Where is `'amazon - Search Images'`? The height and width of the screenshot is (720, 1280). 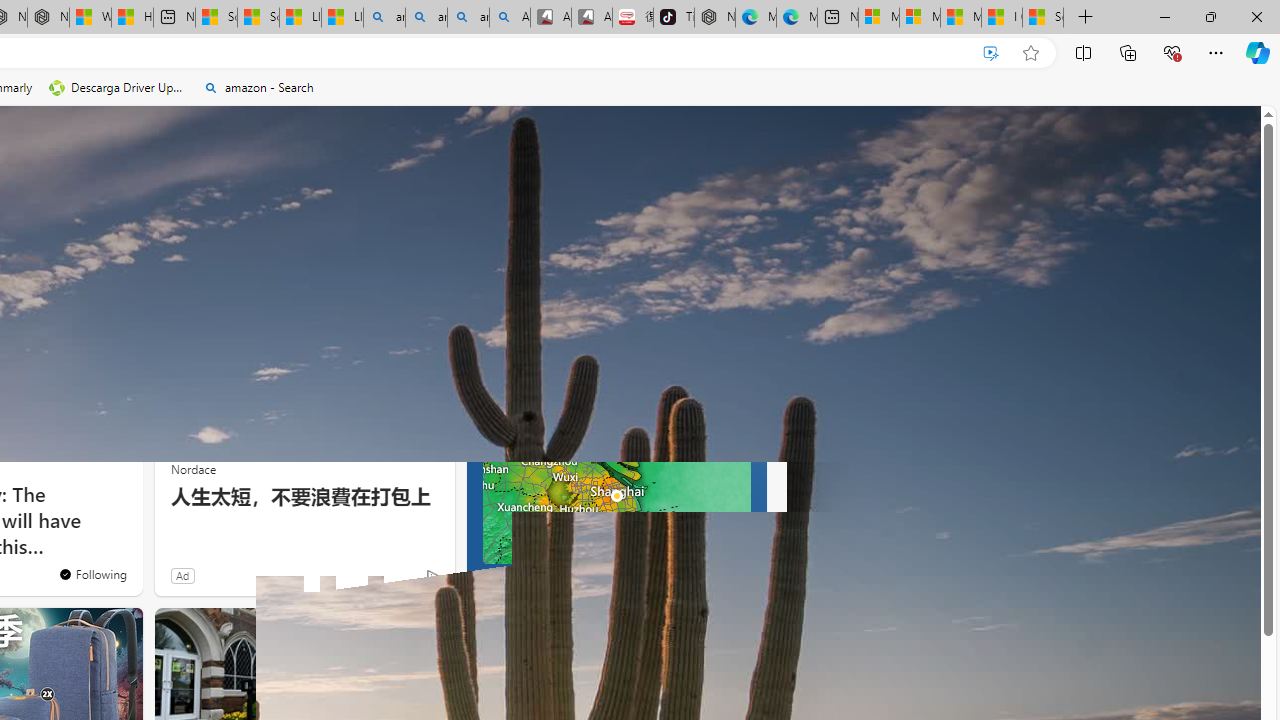
'amazon - Search Images' is located at coordinates (467, 17).